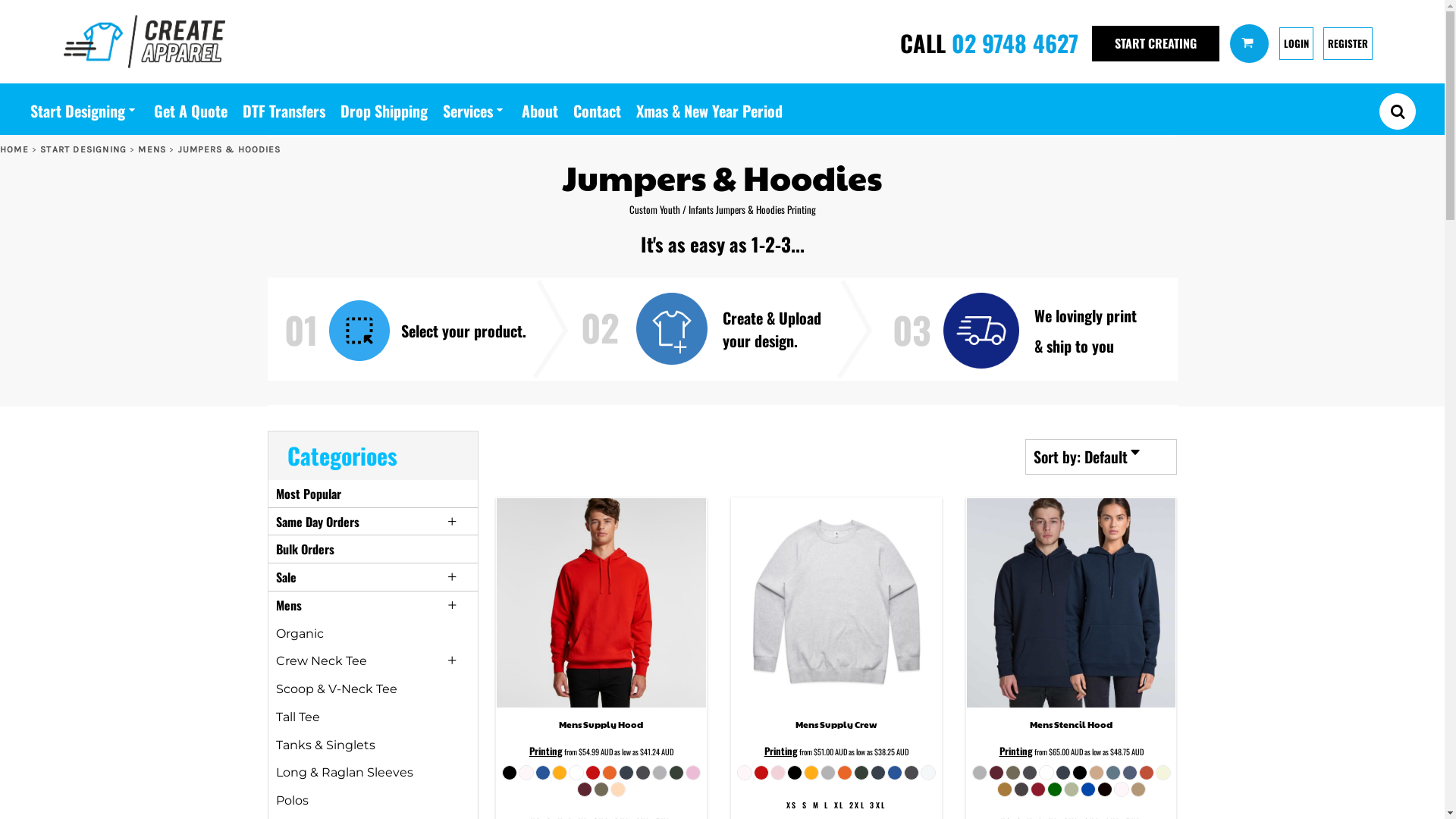 The height and width of the screenshot is (819, 1456). What do you see at coordinates (304, 549) in the screenshot?
I see `'Bulk Orders'` at bounding box center [304, 549].